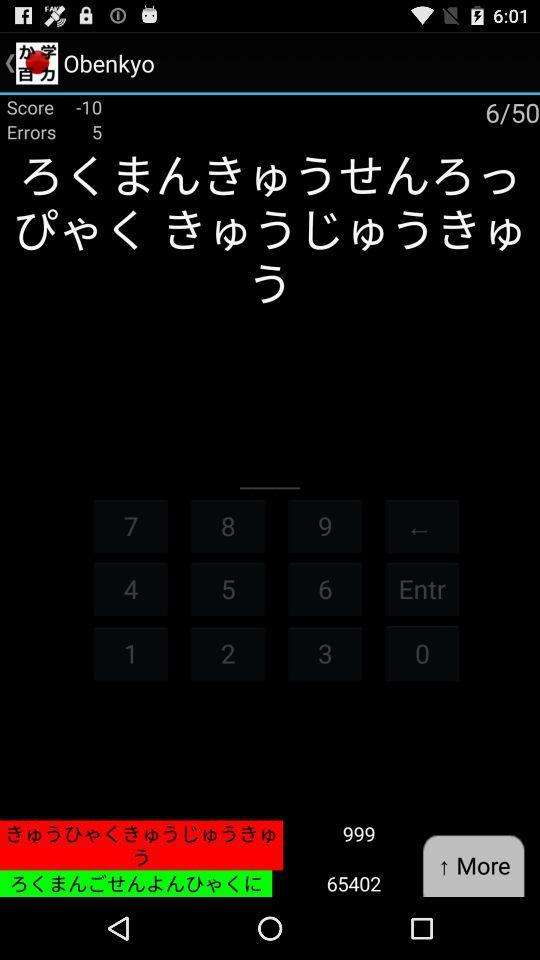 The width and height of the screenshot is (540, 960). What do you see at coordinates (421, 652) in the screenshot?
I see `0` at bounding box center [421, 652].